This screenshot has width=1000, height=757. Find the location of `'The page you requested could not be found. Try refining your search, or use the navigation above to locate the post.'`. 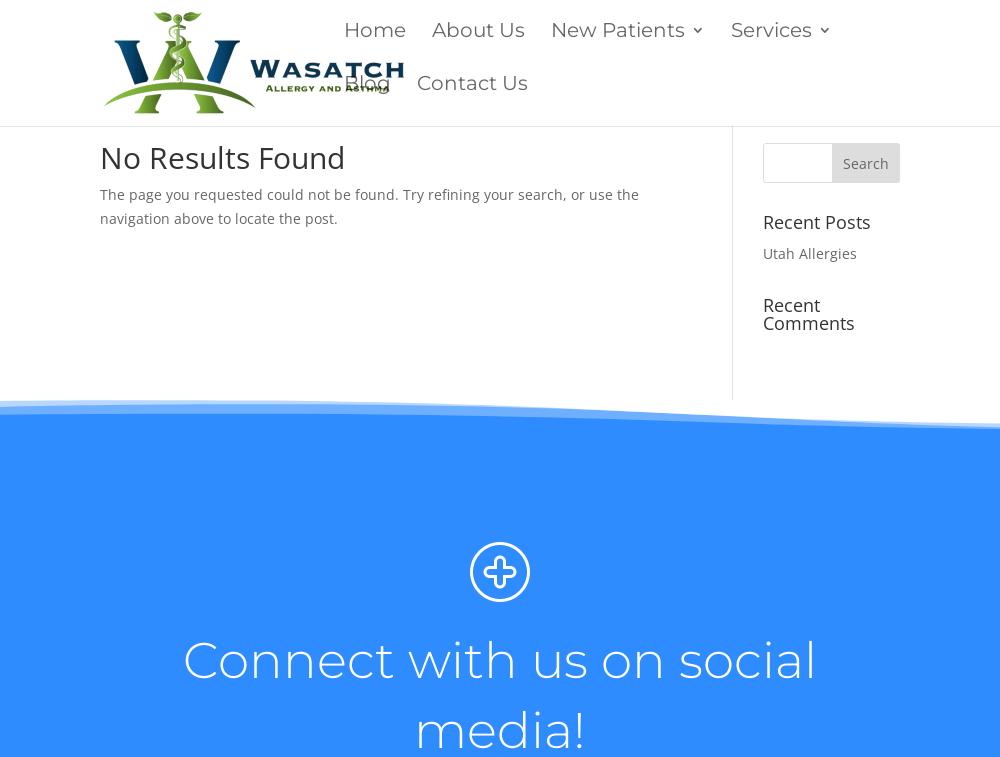

'The page you requested could not be found. Try refining your search, or use the navigation above to locate the post.' is located at coordinates (368, 204).